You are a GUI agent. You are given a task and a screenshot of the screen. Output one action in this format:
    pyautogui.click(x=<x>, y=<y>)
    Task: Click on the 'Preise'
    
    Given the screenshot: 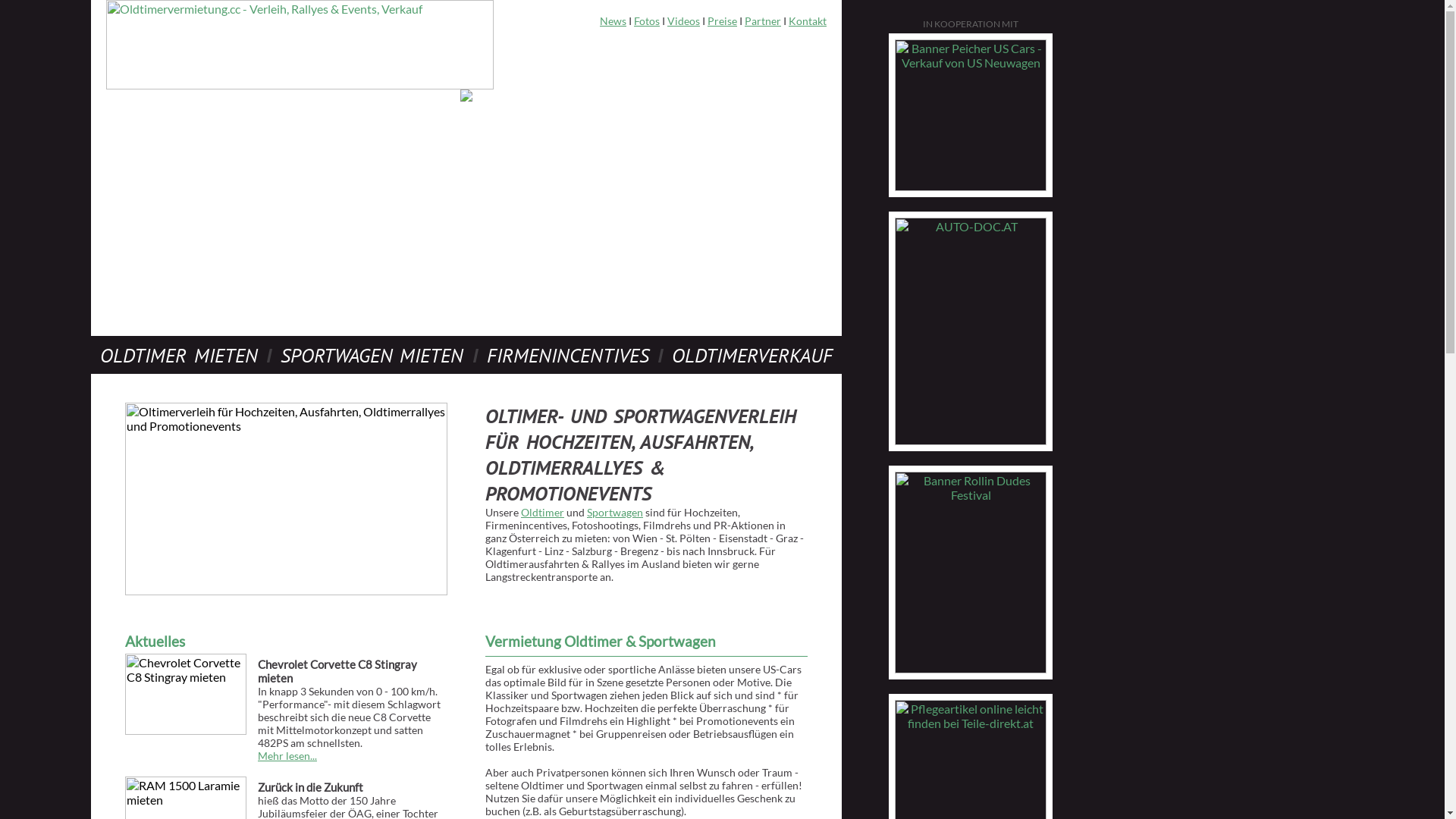 What is the action you would take?
    pyautogui.click(x=706, y=20)
    